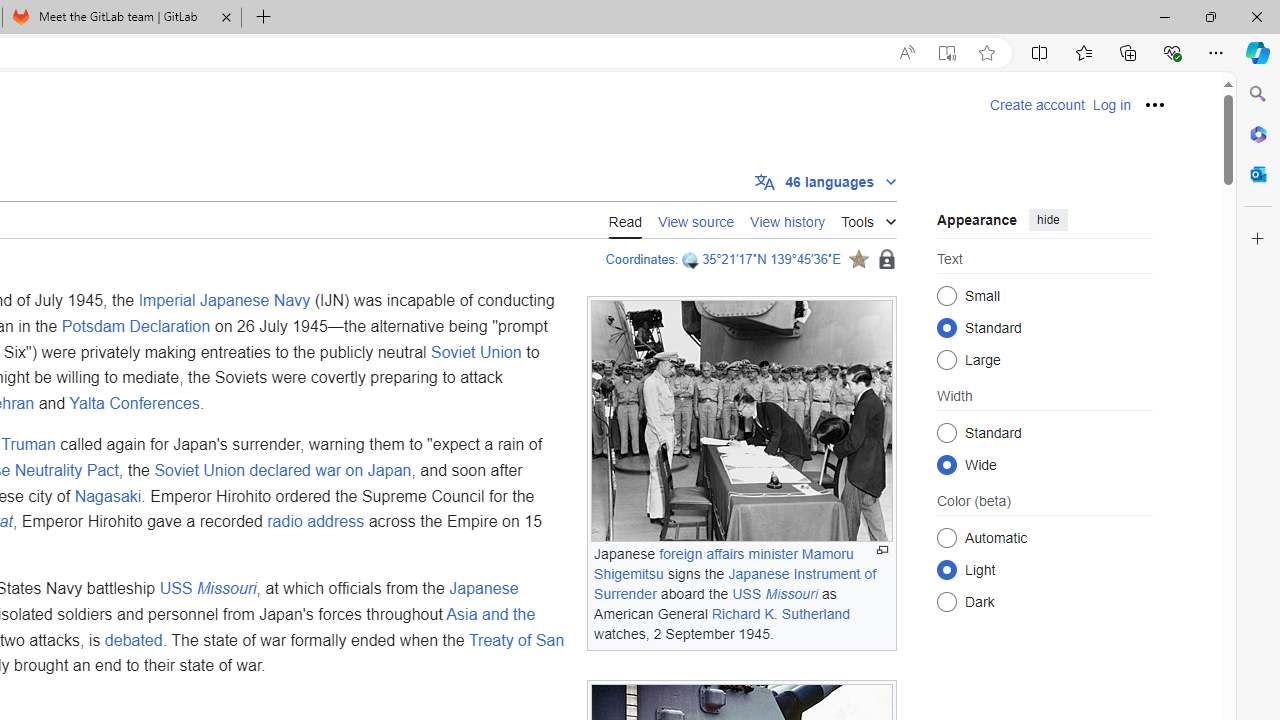 This screenshot has height=720, width=1280. Describe the element at coordinates (946, 569) in the screenshot. I see `'Light'` at that location.